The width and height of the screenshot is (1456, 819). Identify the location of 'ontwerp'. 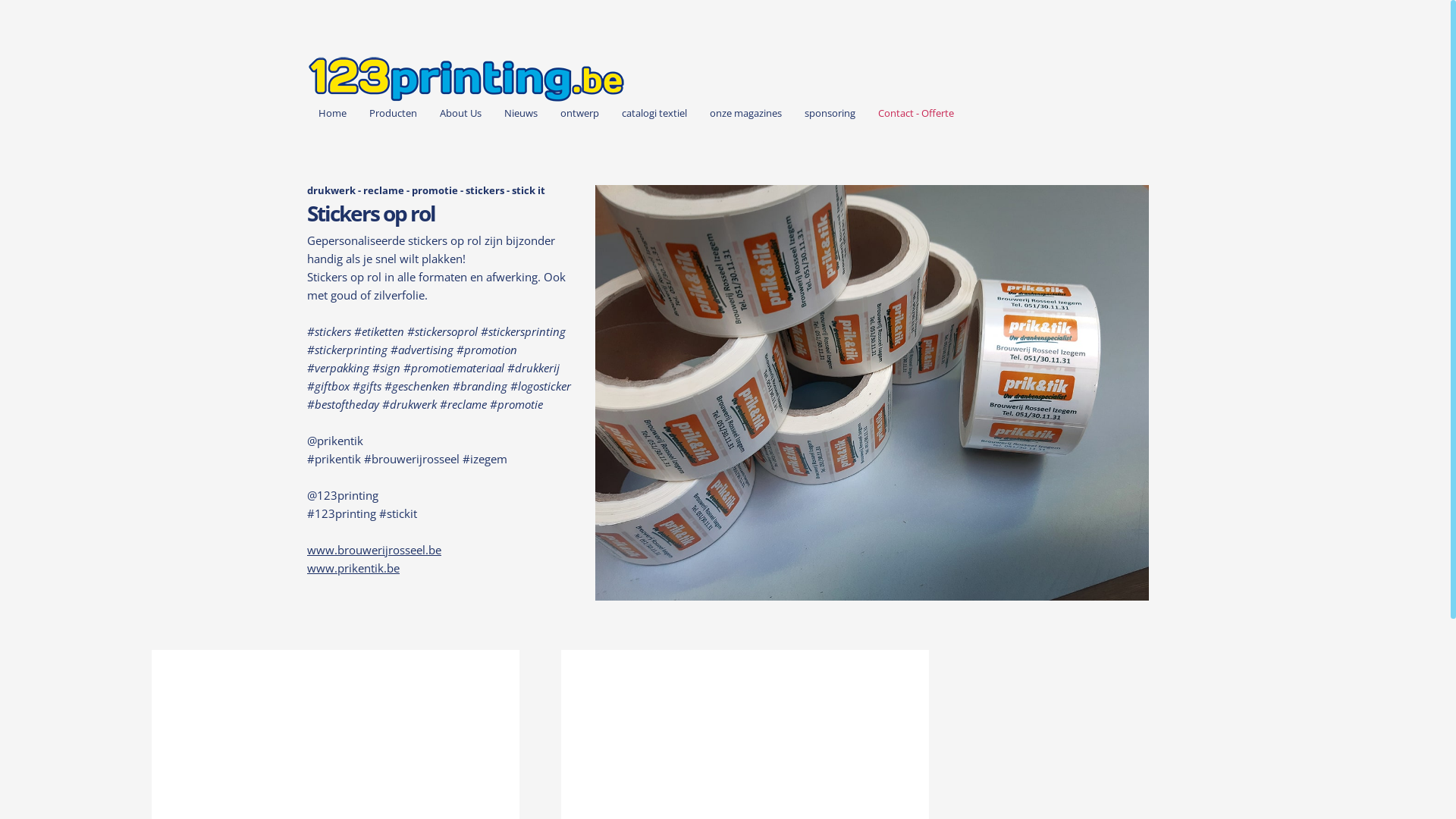
(548, 113).